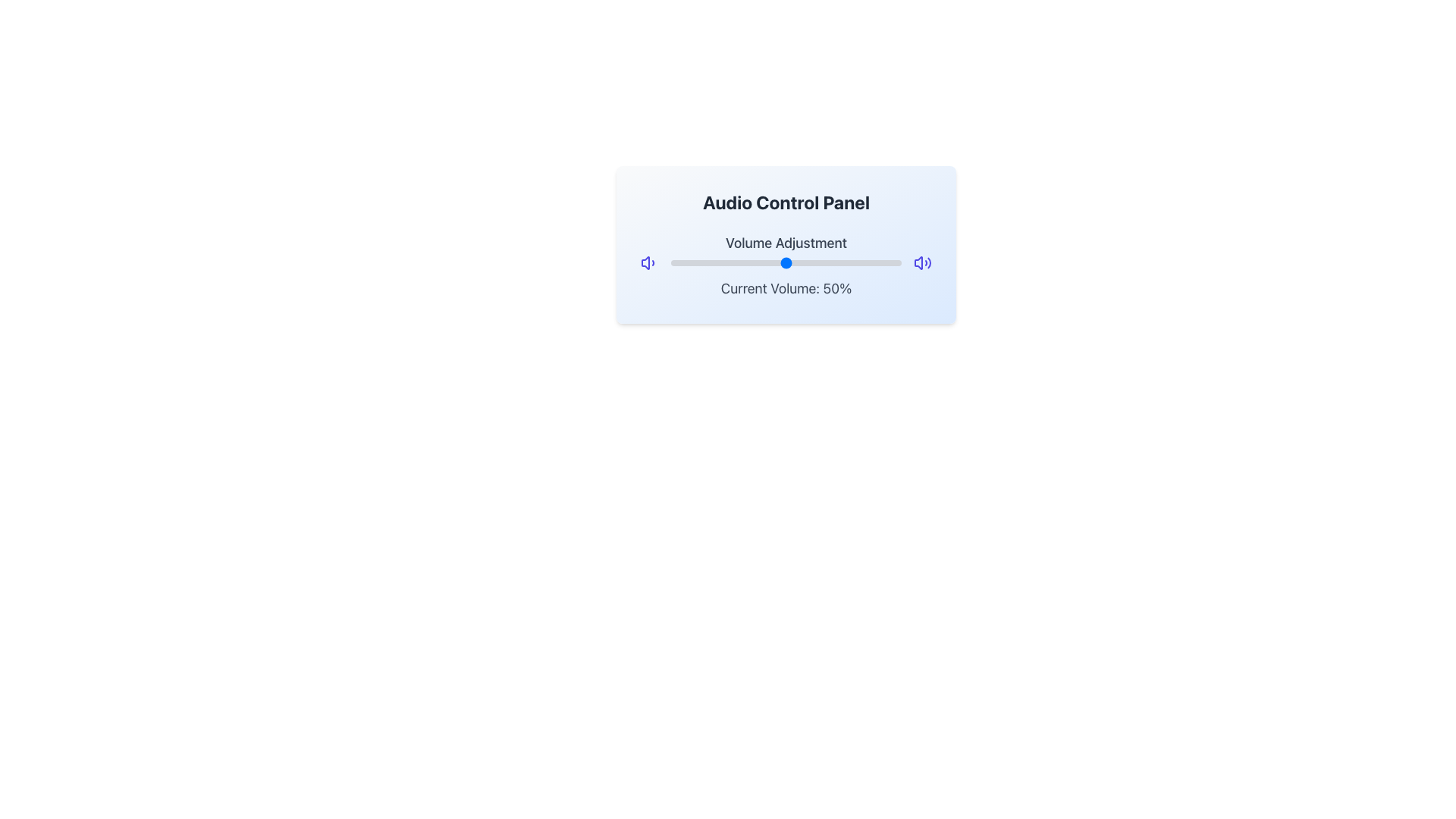 Image resolution: width=1456 pixels, height=819 pixels. I want to click on the volume, so click(754, 259).